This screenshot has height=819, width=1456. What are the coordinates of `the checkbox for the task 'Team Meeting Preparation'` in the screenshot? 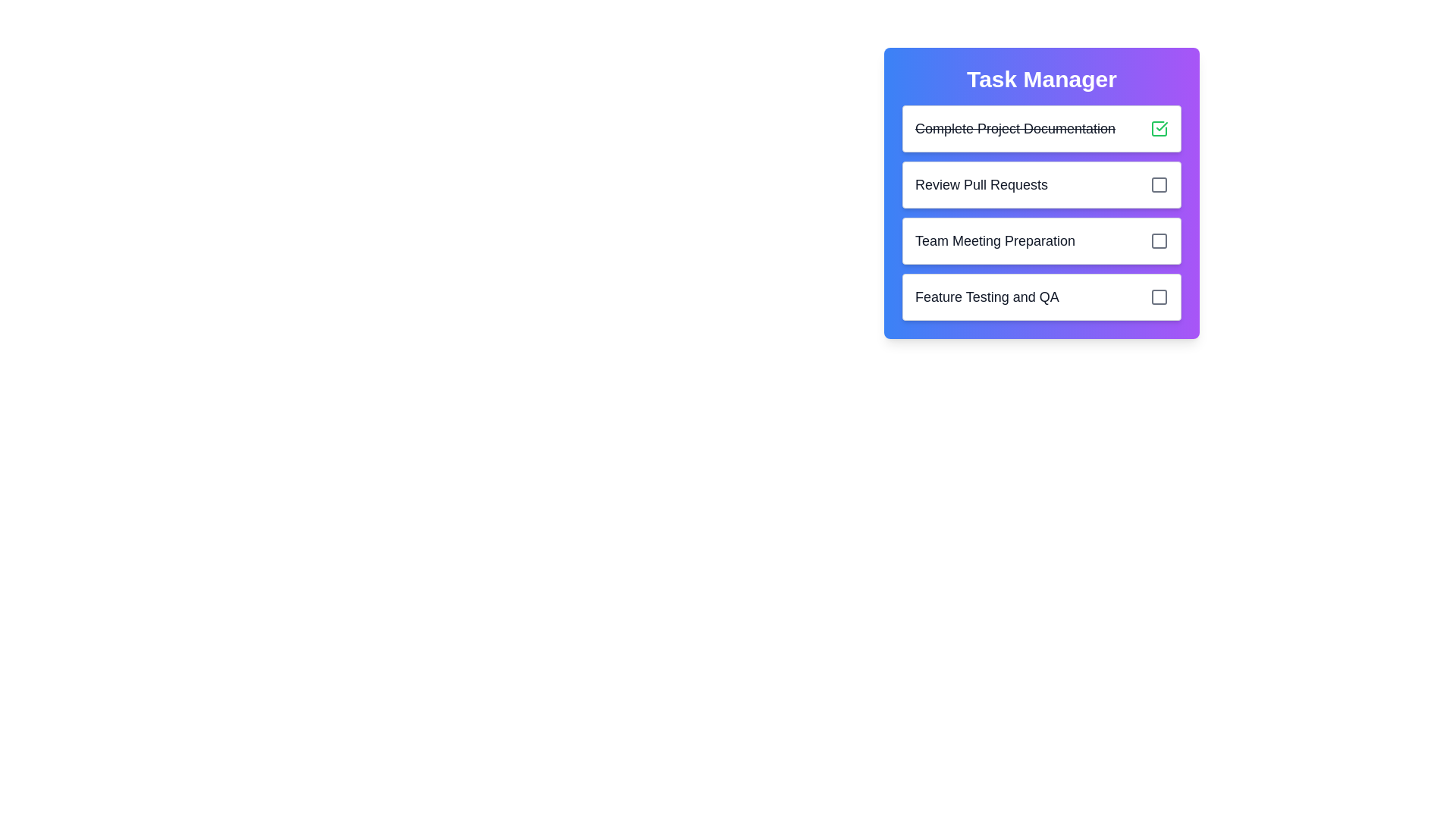 It's located at (1159, 240).